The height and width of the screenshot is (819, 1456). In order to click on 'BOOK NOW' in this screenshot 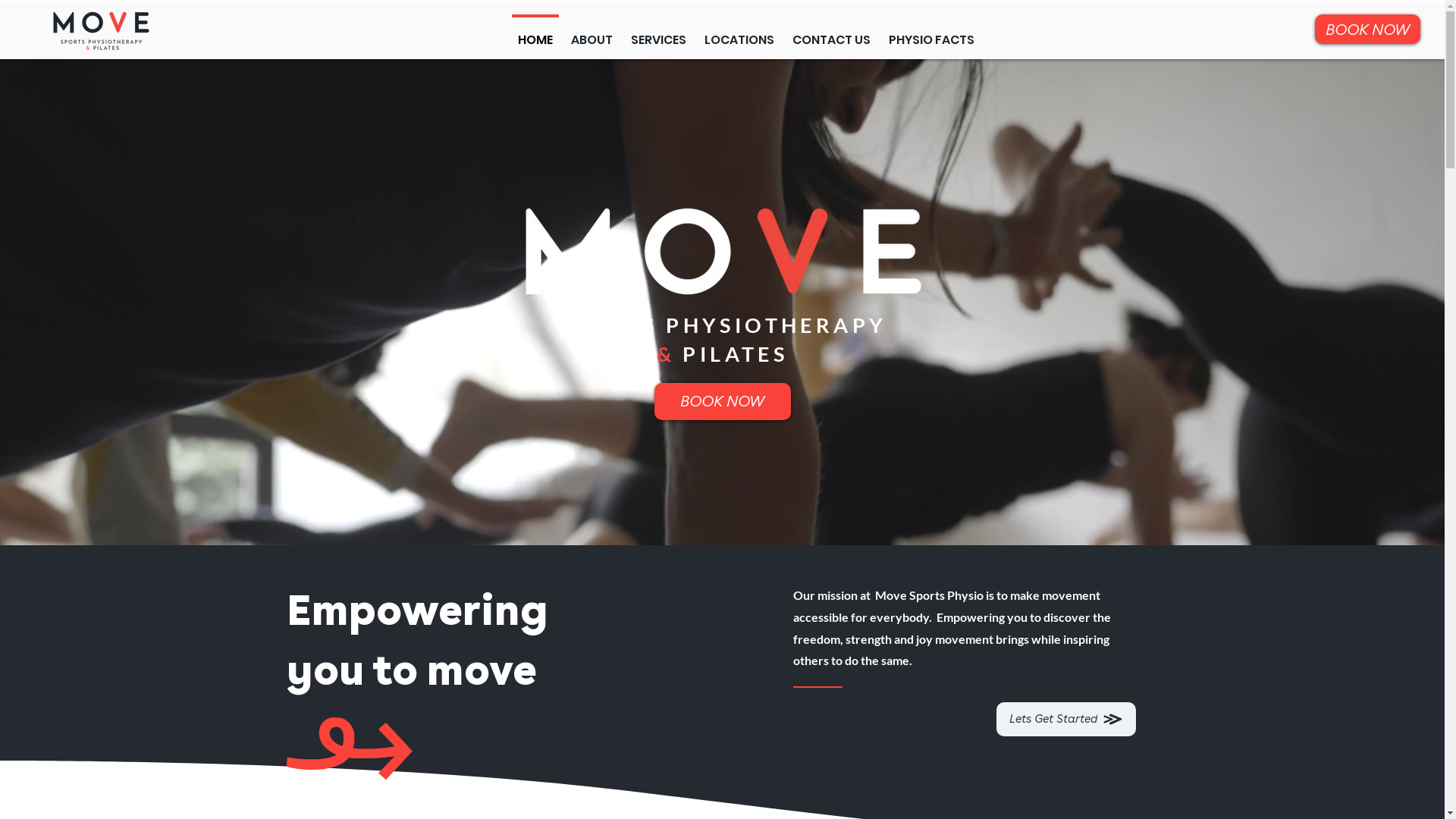, I will do `click(720, 400)`.